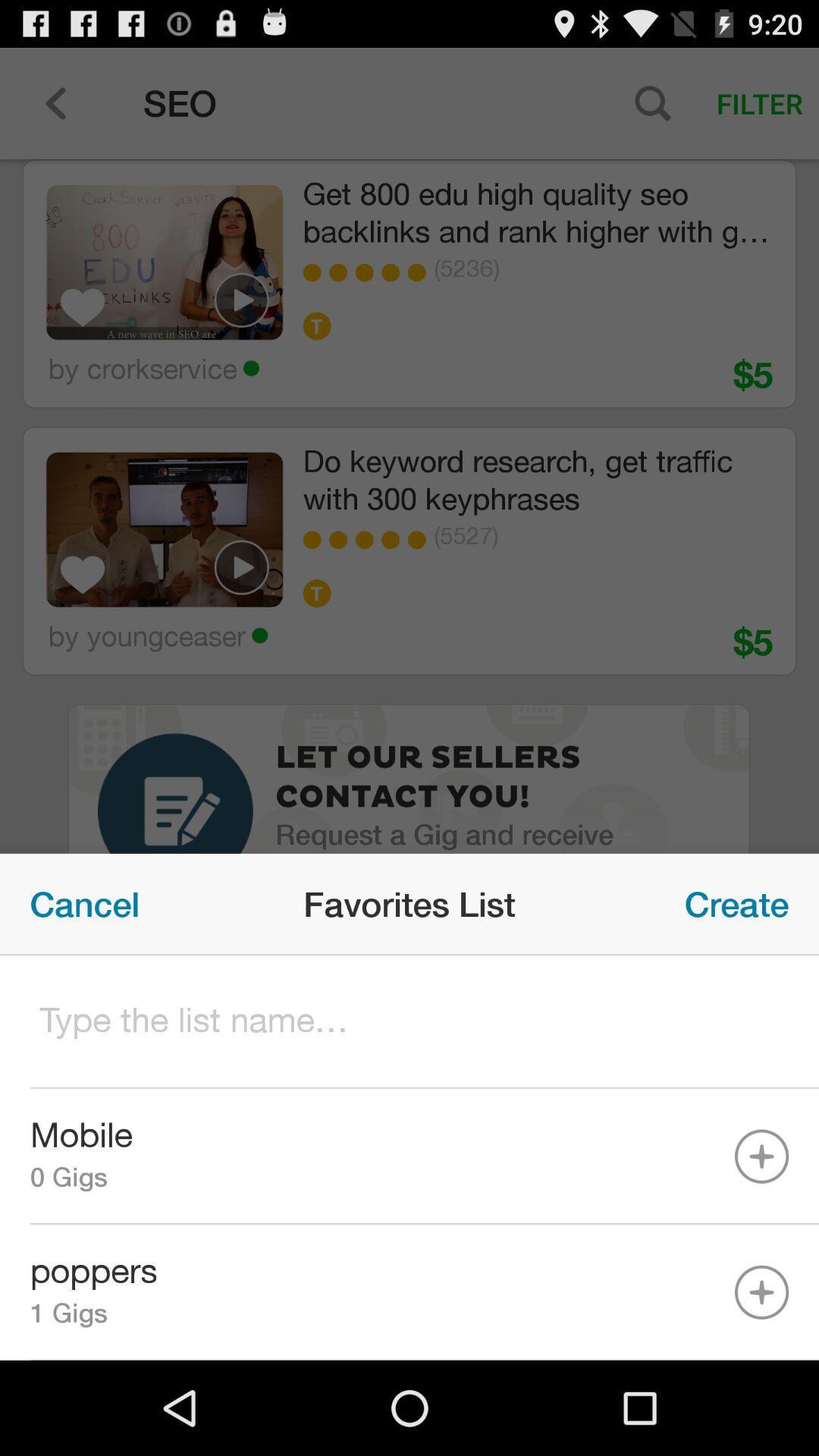  What do you see at coordinates (84, 904) in the screenshot?
I see `icon next to favorites list icon` at bounding box center [84, 904].